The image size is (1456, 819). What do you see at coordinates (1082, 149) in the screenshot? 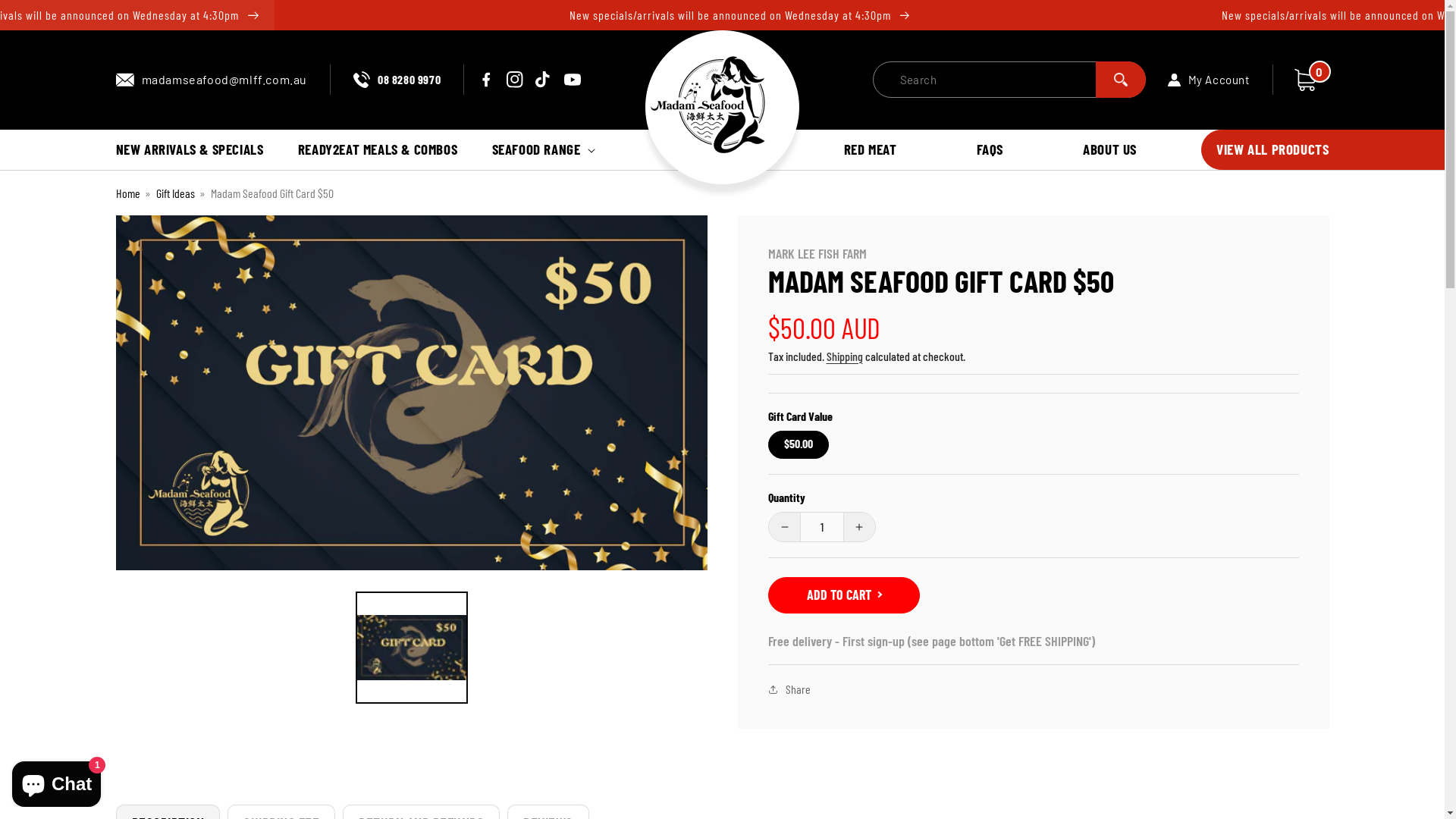
I see `'ABOUT US'` at bounding box center [1082, 149].